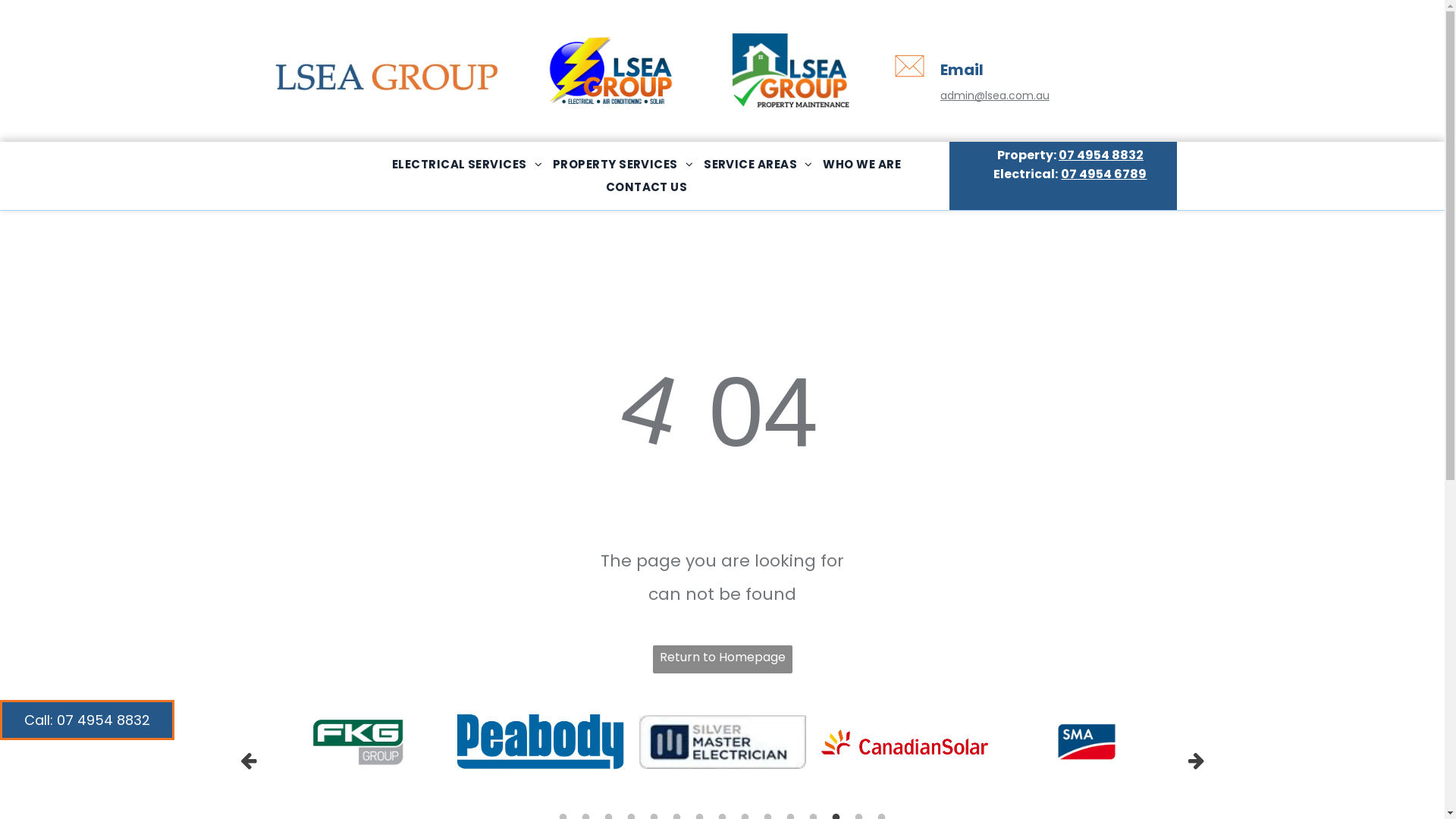  I want to click on 'LSEA Group Property Maintenance', so click(789, 70).